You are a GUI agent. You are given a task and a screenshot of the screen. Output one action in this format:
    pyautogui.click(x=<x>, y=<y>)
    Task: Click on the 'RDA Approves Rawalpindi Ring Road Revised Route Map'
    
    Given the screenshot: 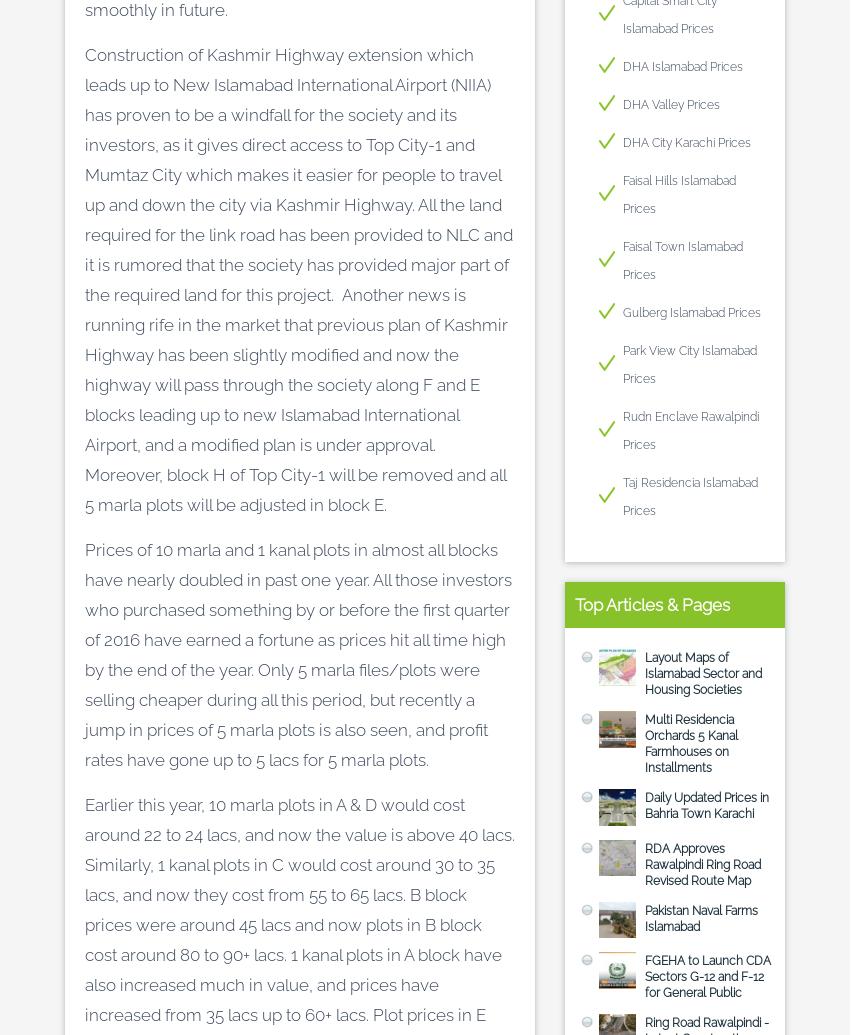 What is the action you would take?
    pyautogui.click(x=702, y=863)
    